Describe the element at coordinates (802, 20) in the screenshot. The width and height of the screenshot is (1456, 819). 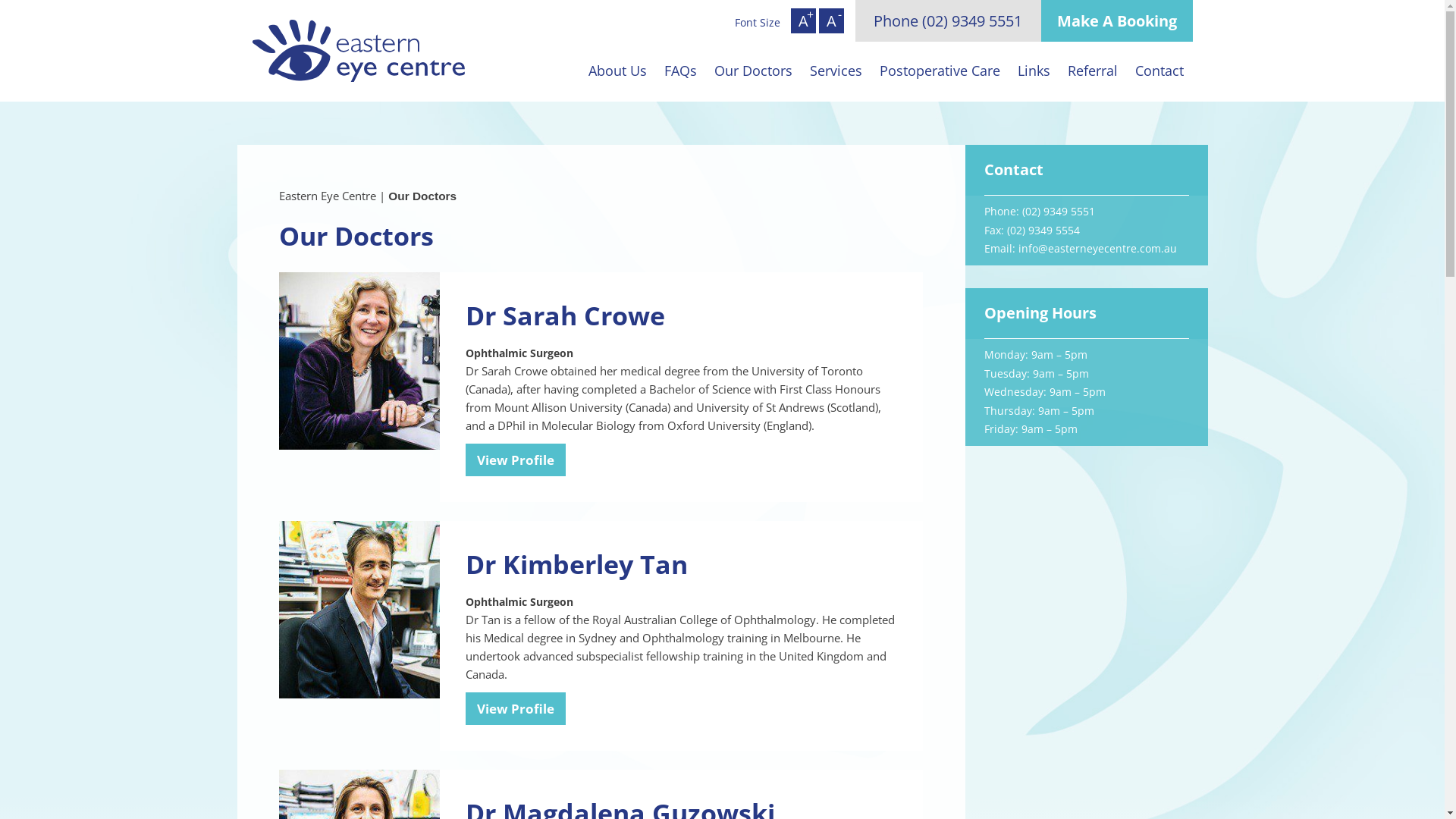
I see `'A` at that location.